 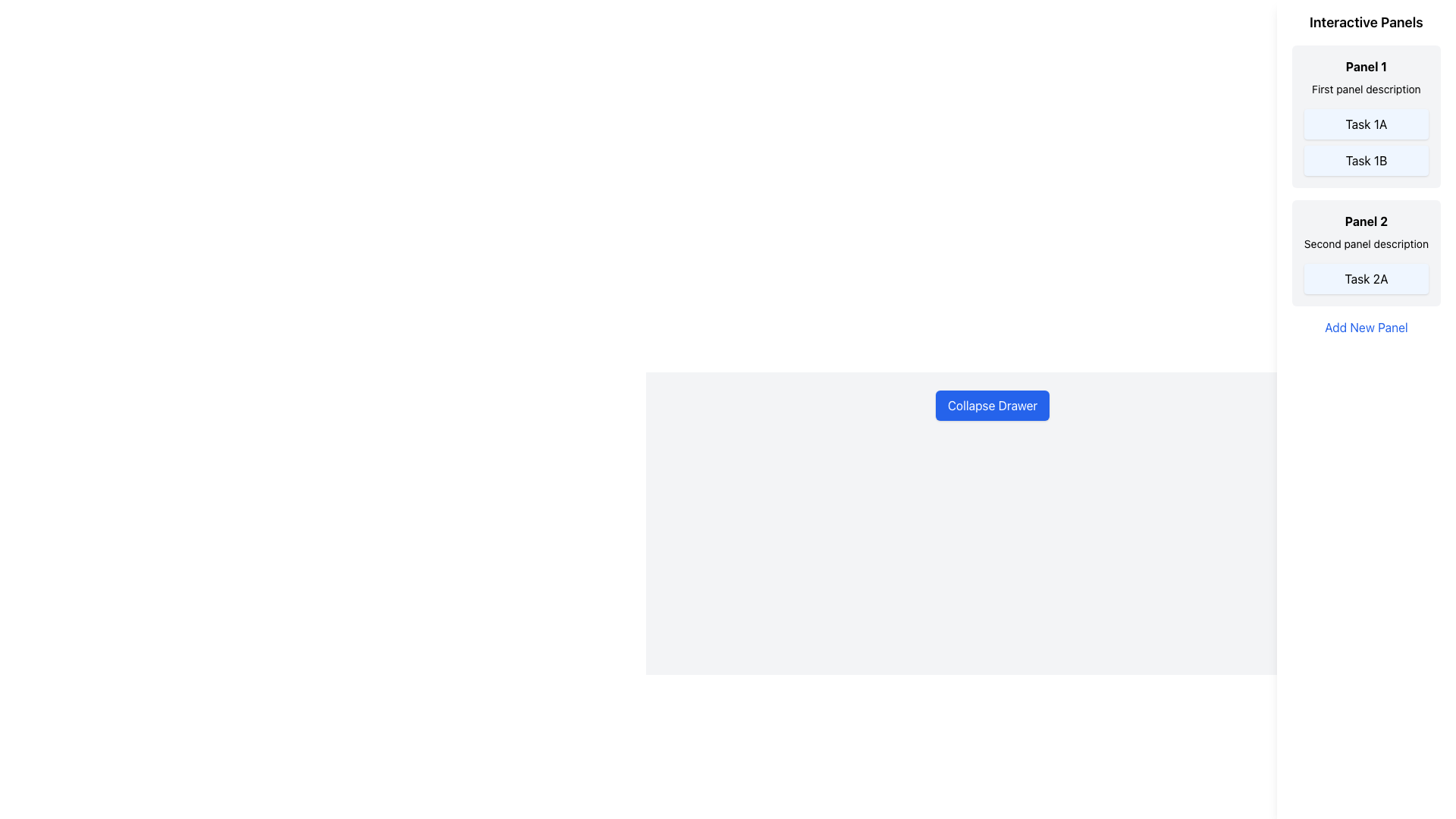 I want to click on the static text label that serves as a description for 'Panel 1', positioned below the panel title and above the list items 'Task 1A' and 'Task 1B', so click(x=1366, y=89).